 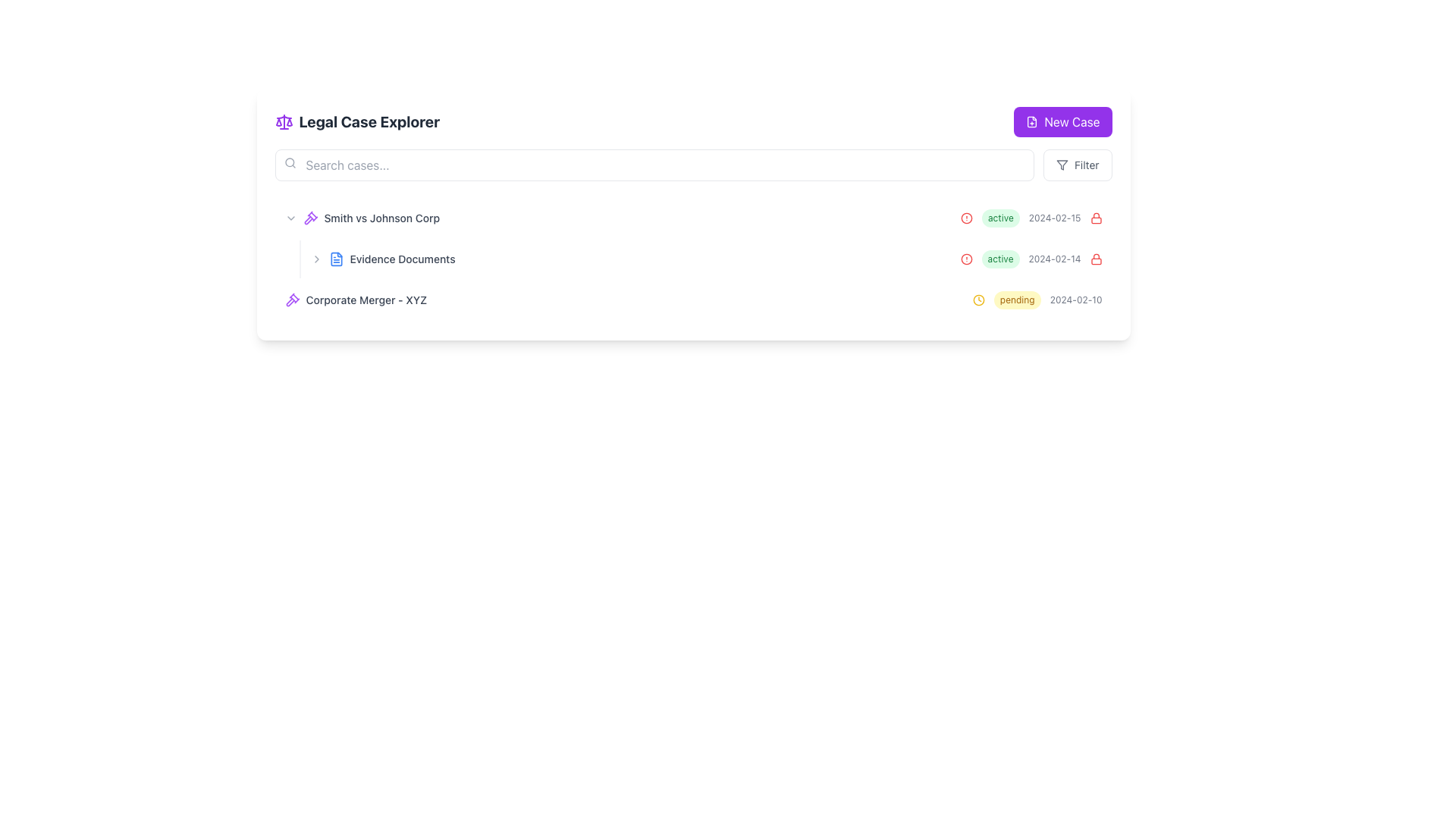 I want to click on the rectangular purple button labeled 'New Case' to observe the hover effect, so click(x=1062, y=121).